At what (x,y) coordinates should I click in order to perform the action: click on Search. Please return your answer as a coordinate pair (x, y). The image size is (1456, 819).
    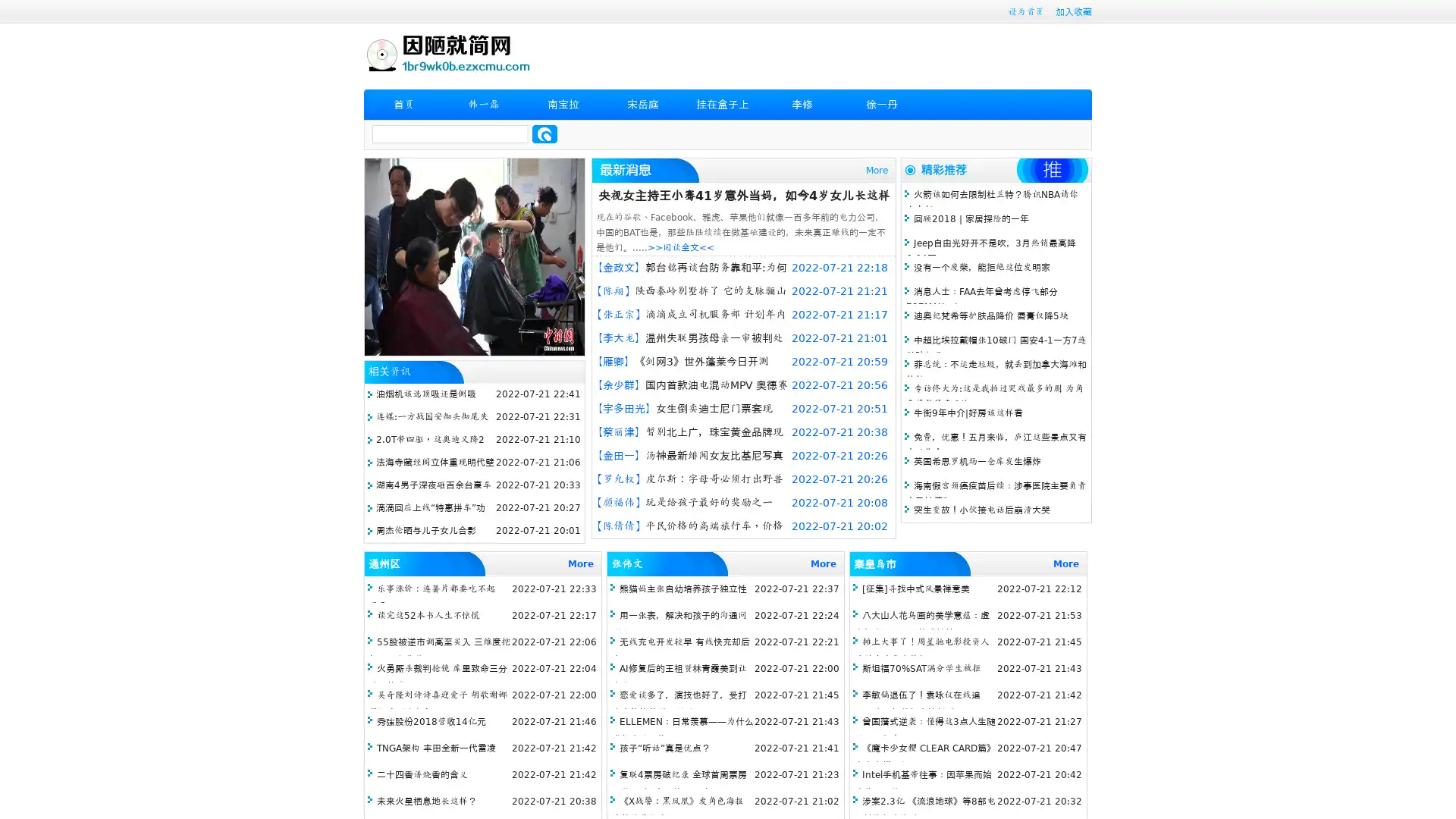
    Looking at the image, I should click on (544, 133).